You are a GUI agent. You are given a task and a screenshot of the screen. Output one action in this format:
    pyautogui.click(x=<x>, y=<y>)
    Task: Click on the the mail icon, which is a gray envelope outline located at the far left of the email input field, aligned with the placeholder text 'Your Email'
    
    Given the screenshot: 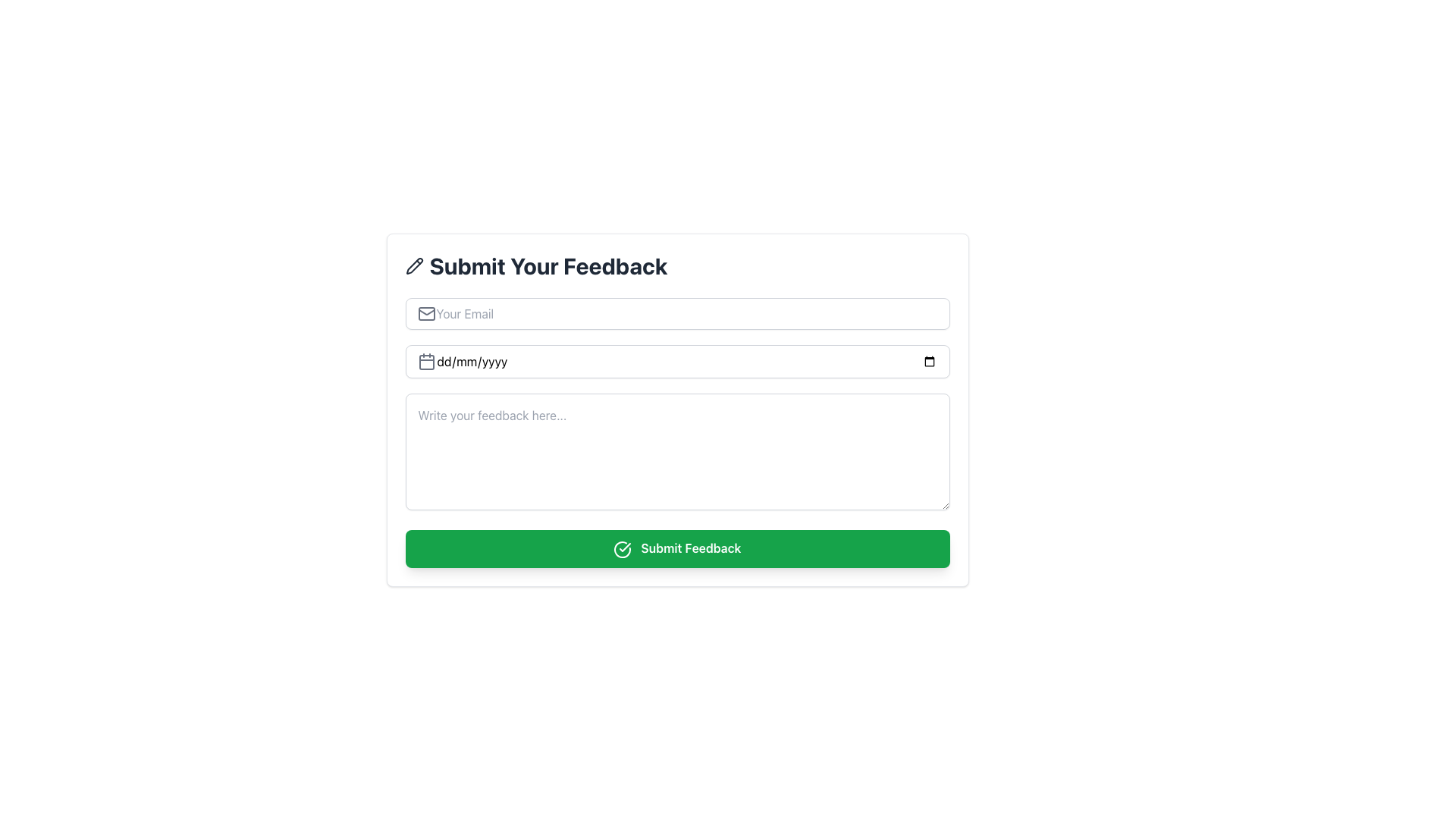 What is the action you would take?
    pyautogui.click(x=425, y=312)
    